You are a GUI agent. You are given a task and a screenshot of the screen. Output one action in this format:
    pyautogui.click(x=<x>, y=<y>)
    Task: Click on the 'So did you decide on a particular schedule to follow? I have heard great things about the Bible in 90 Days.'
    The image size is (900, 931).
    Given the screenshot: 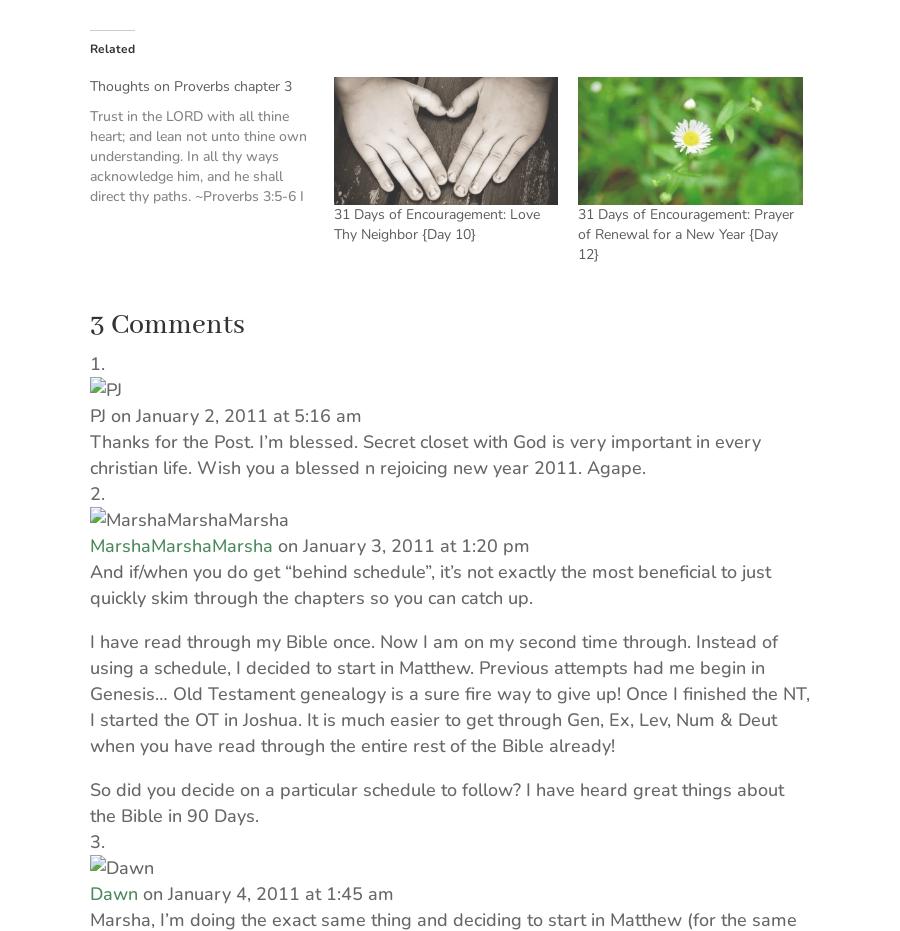 What is the action you would take?
    pyautogui.click(x=437, y=801)
    